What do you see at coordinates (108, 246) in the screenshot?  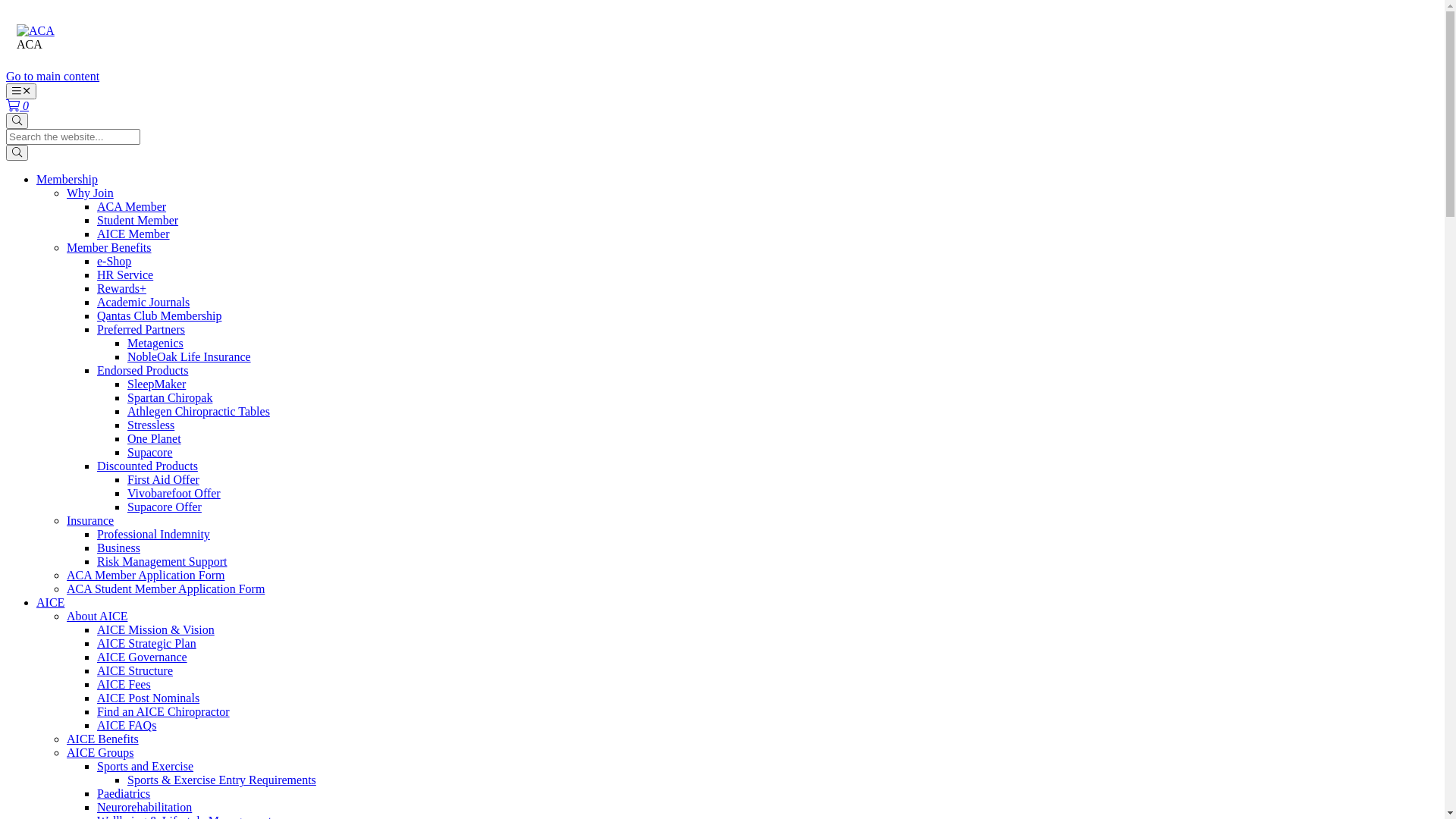 I see `'Member Benefits'` at bounding box center [108, 246].